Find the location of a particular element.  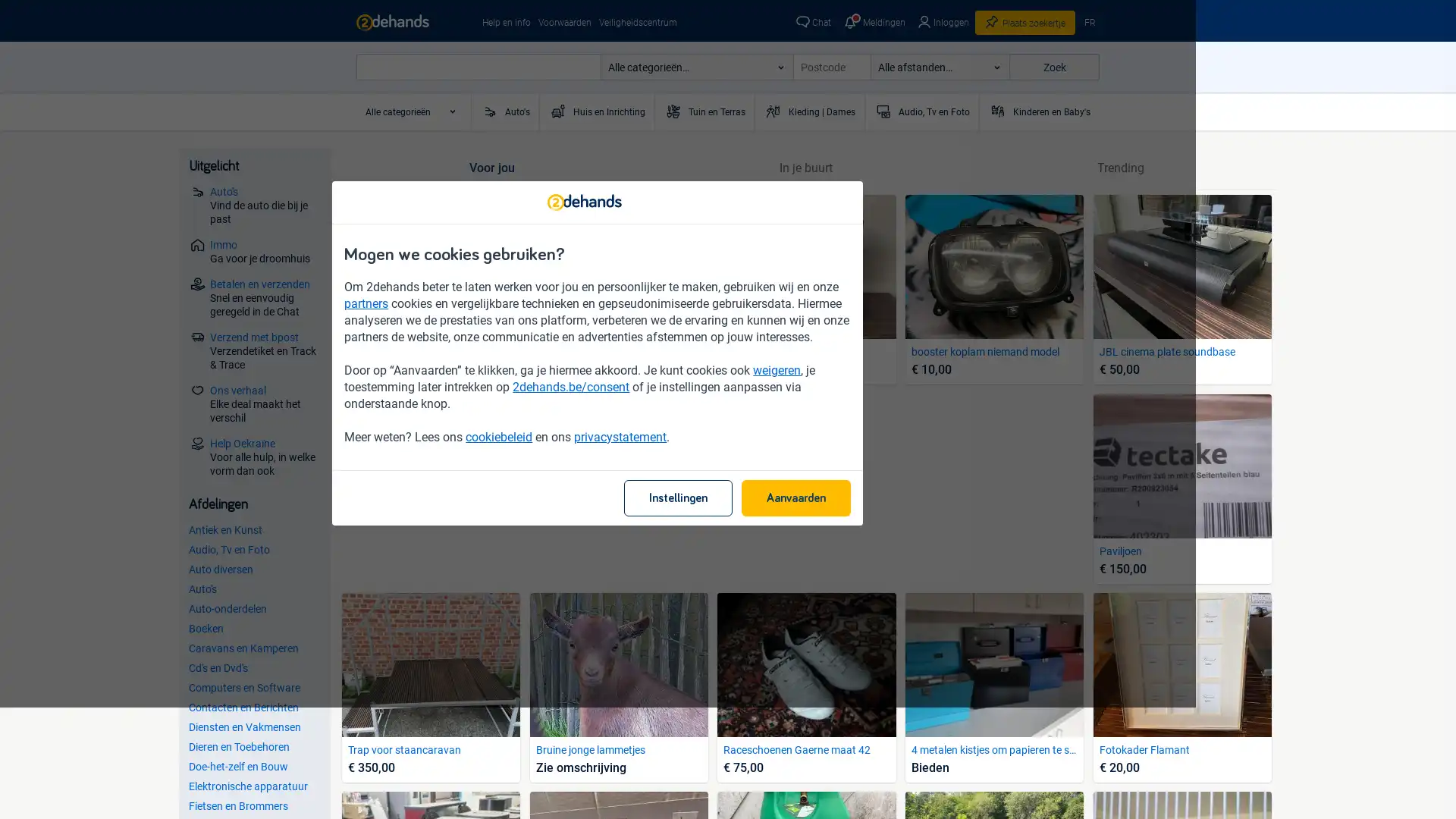

Meldingen is located at coordinates (873, 23).